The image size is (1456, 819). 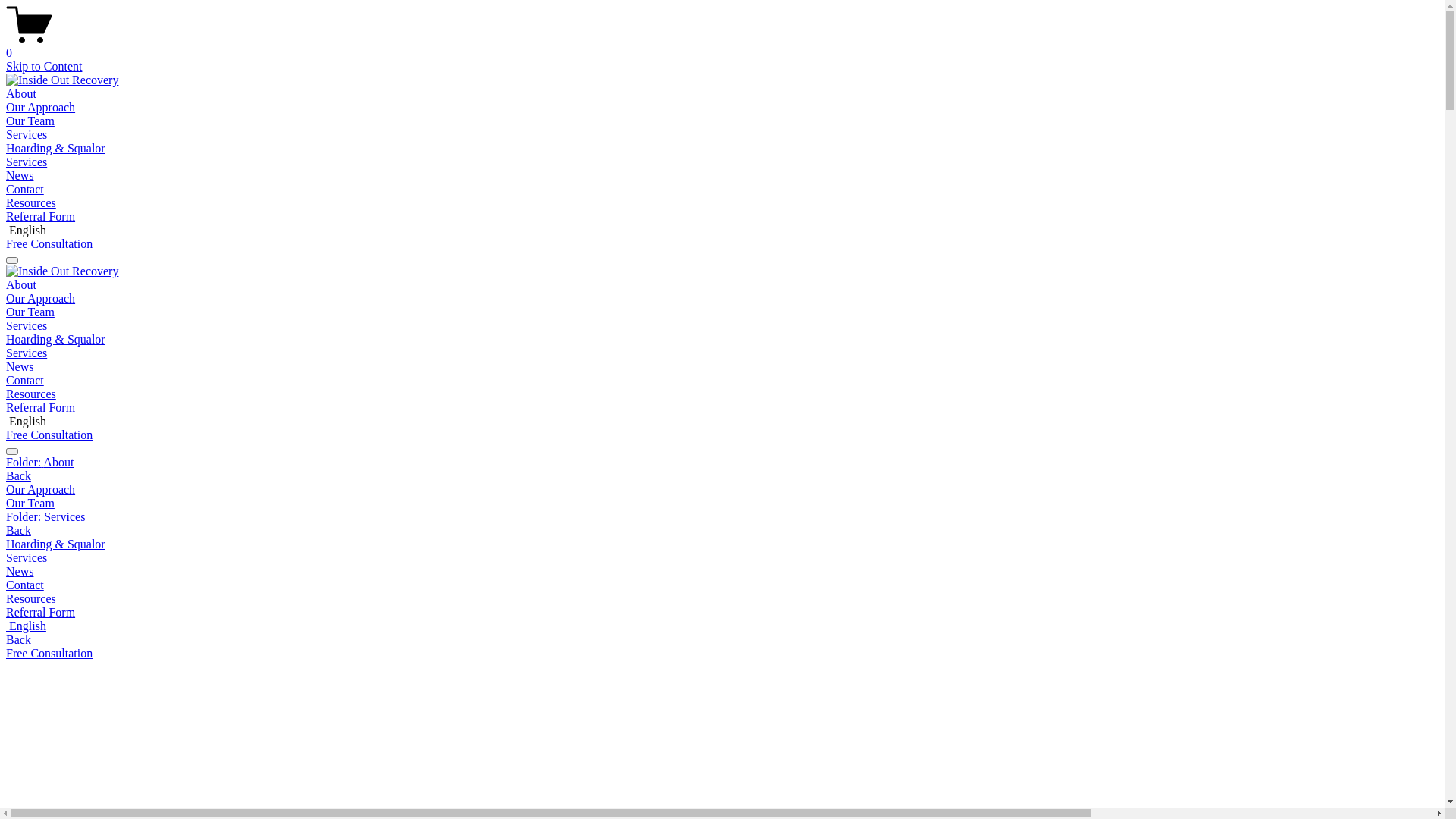 What do you see at coordinates (721, 558) in the screenshot?
I see `'Services'` at bounding box center [721, 558].